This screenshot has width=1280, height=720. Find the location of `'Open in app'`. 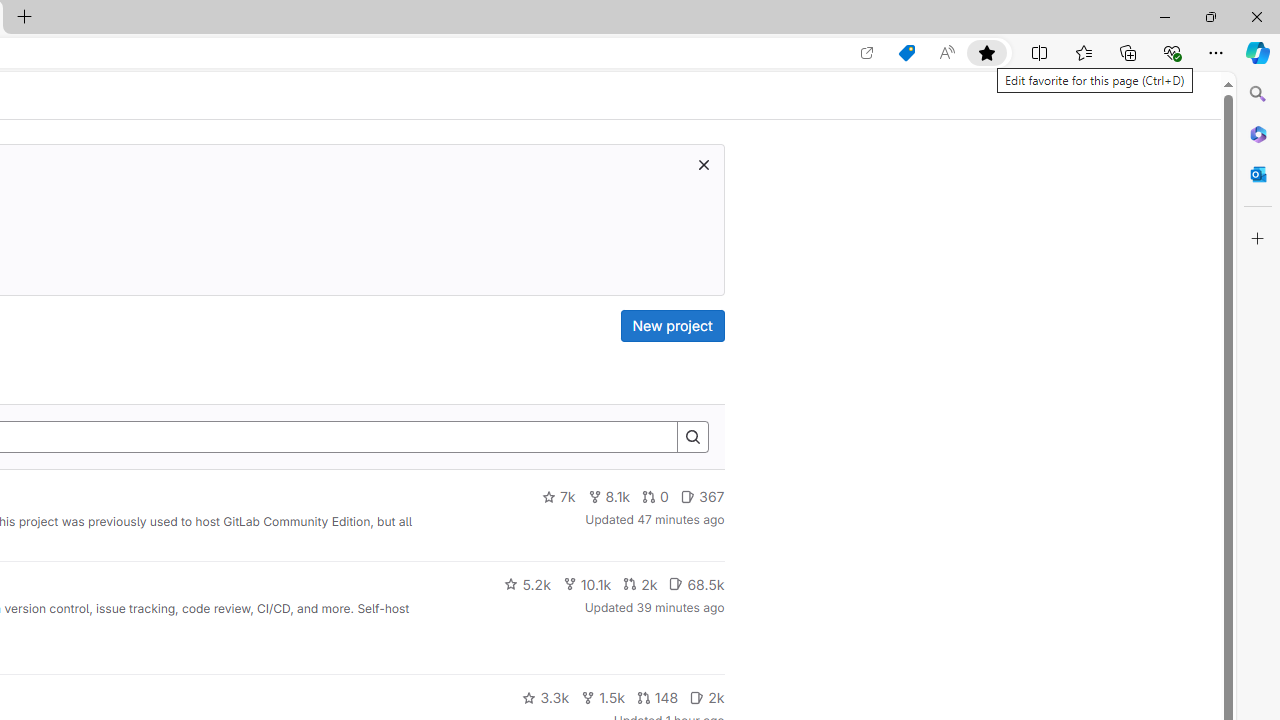

'Open in app' is located at coordinates (867, 52).